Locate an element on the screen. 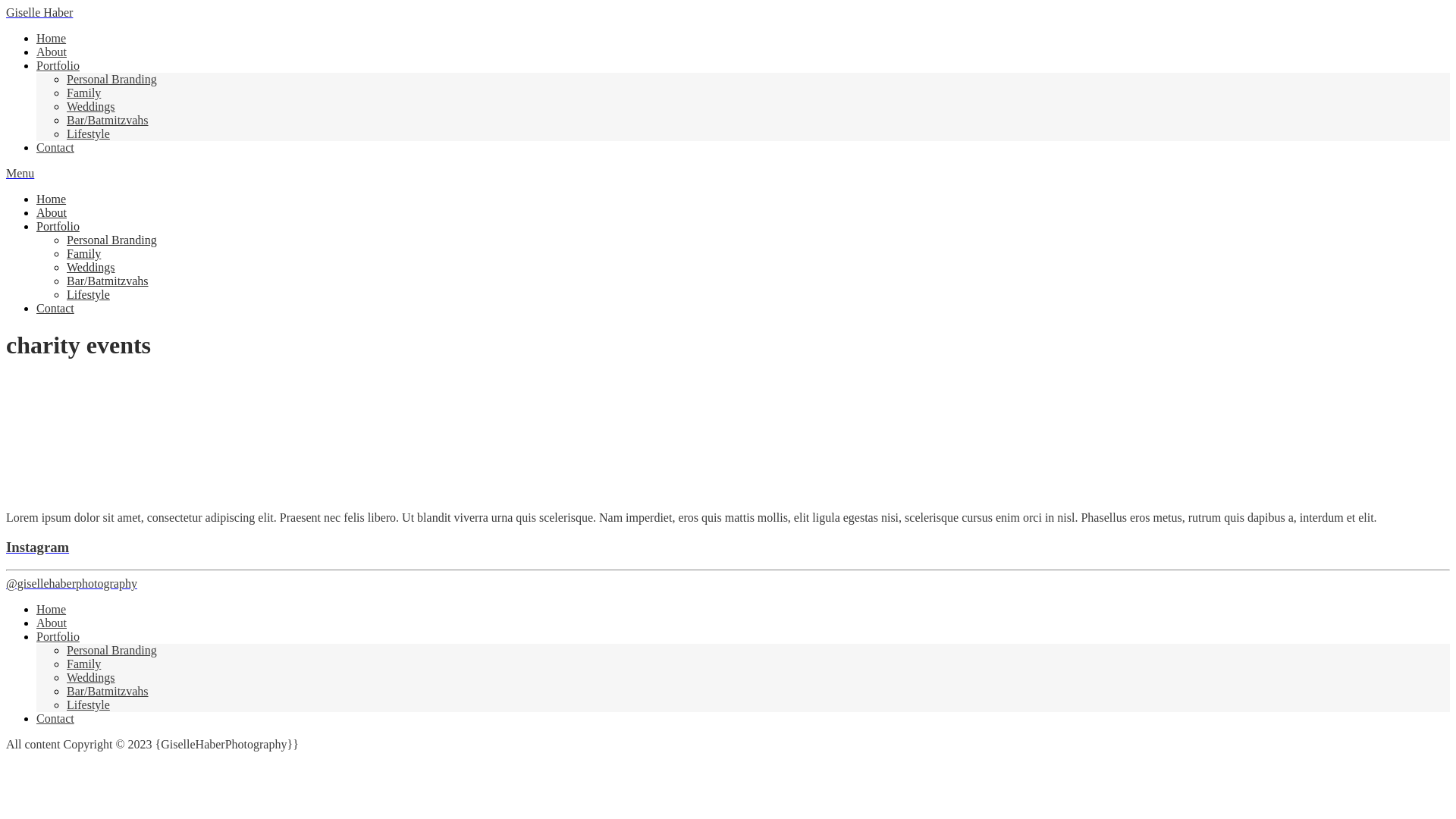  'Lifestyle' is located at coordinates (87, 133).